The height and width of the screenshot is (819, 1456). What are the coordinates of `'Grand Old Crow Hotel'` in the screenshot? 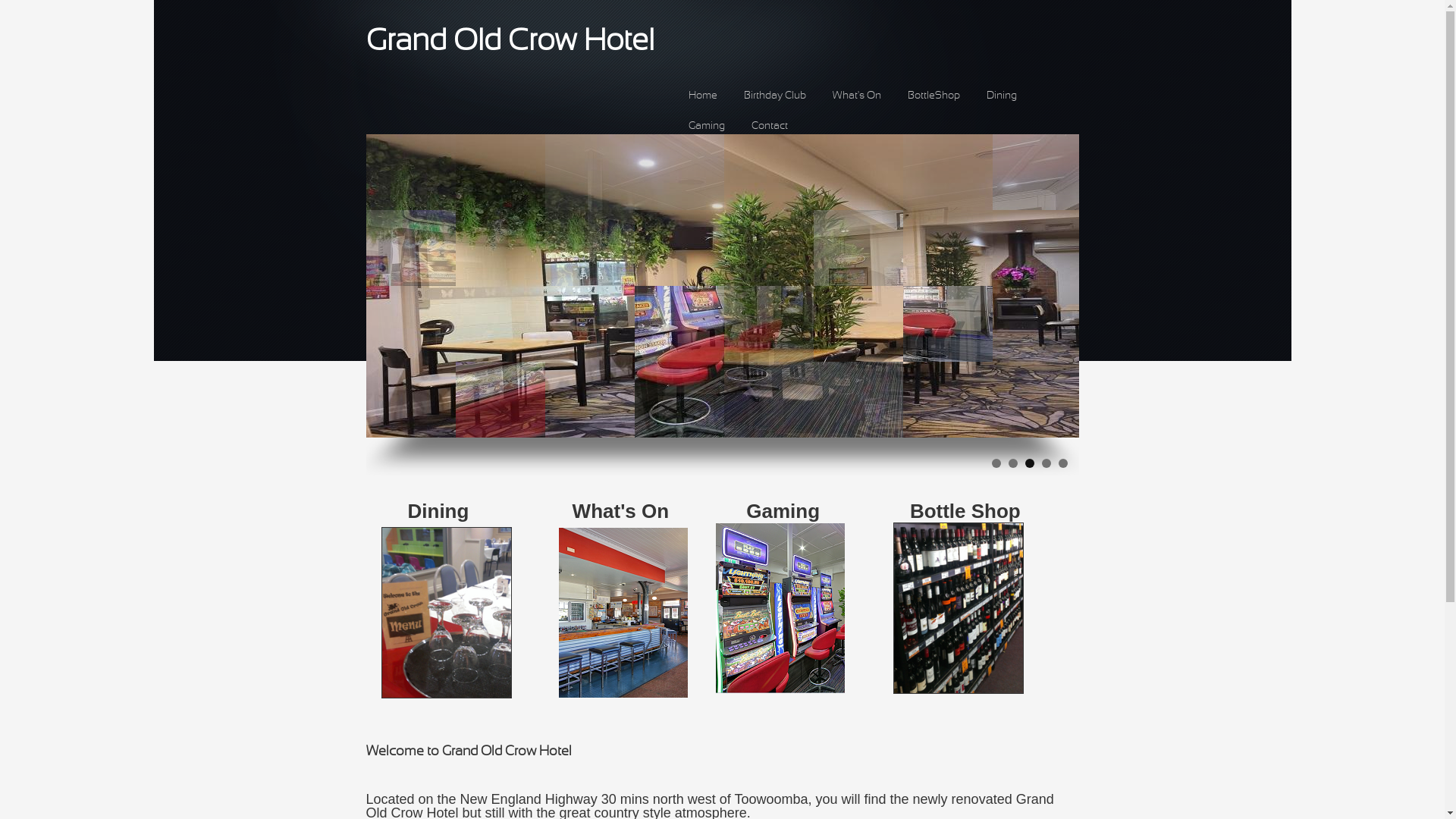 It's located at (510, 41).